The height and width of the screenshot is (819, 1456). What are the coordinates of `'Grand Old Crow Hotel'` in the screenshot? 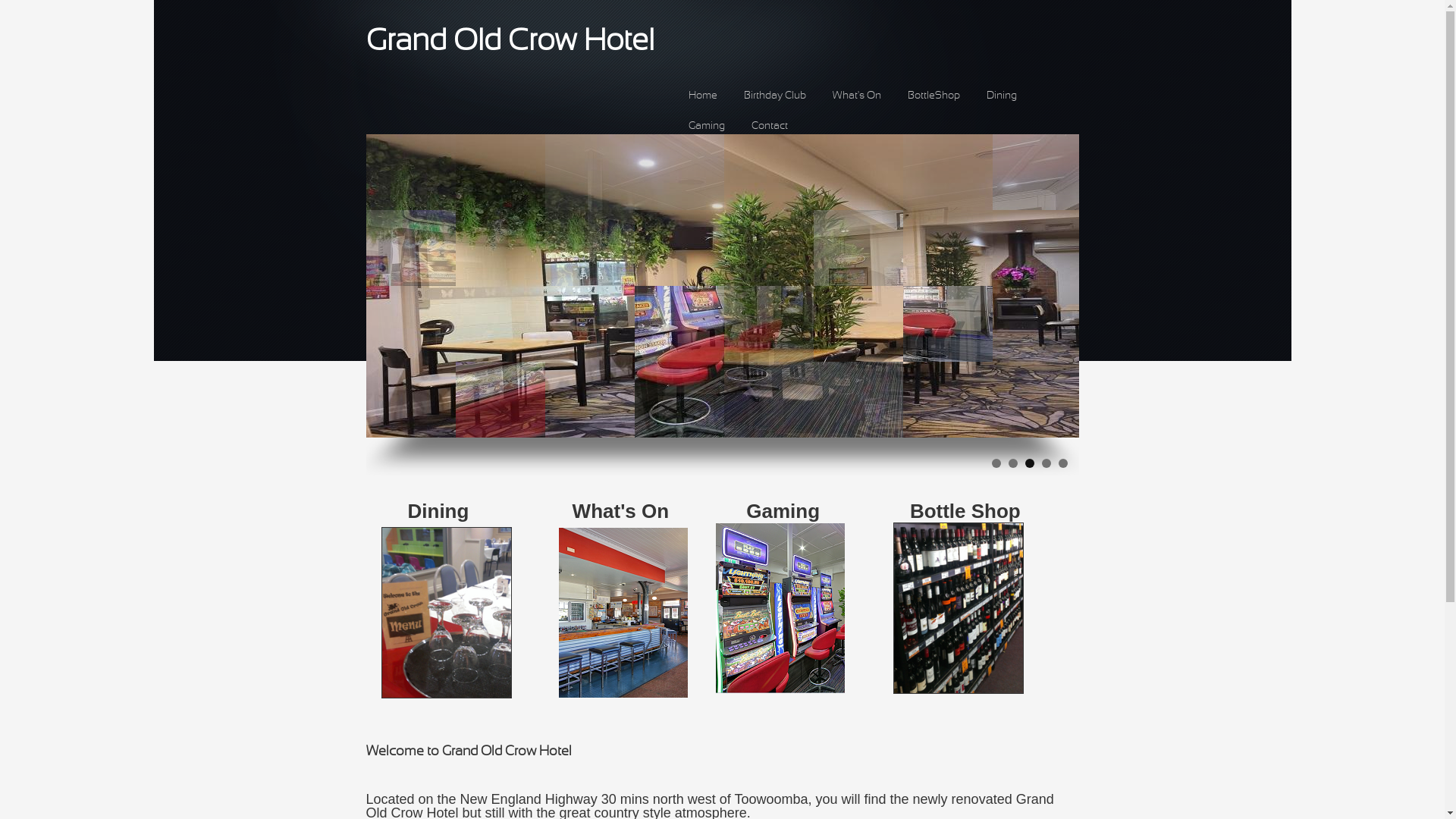 It's located at (510, 41).